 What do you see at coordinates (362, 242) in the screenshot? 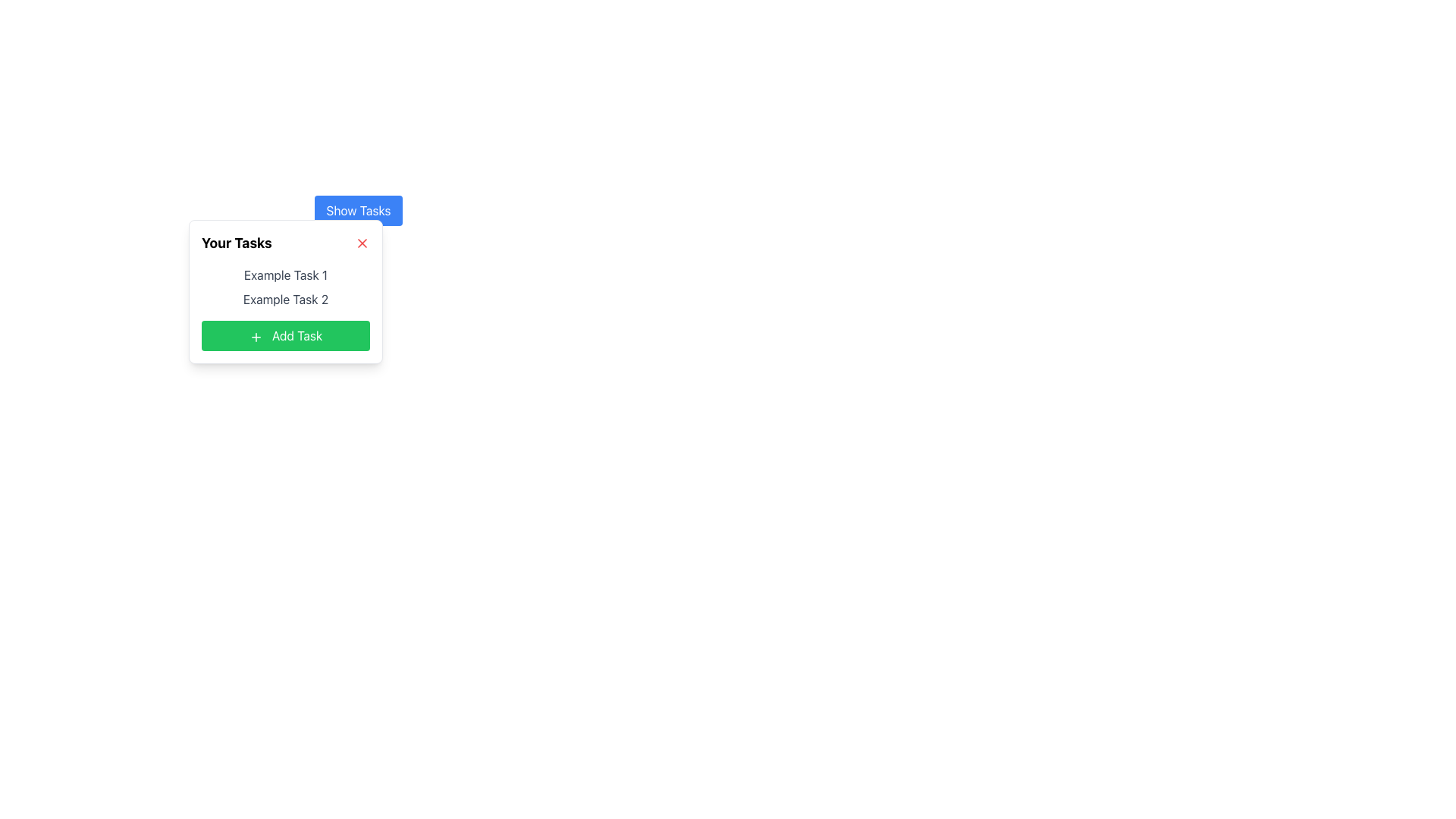
I see `the close button located in the top-right corner of the 'Your Tasks' panel for feedback` at bounding box center [362, 242].